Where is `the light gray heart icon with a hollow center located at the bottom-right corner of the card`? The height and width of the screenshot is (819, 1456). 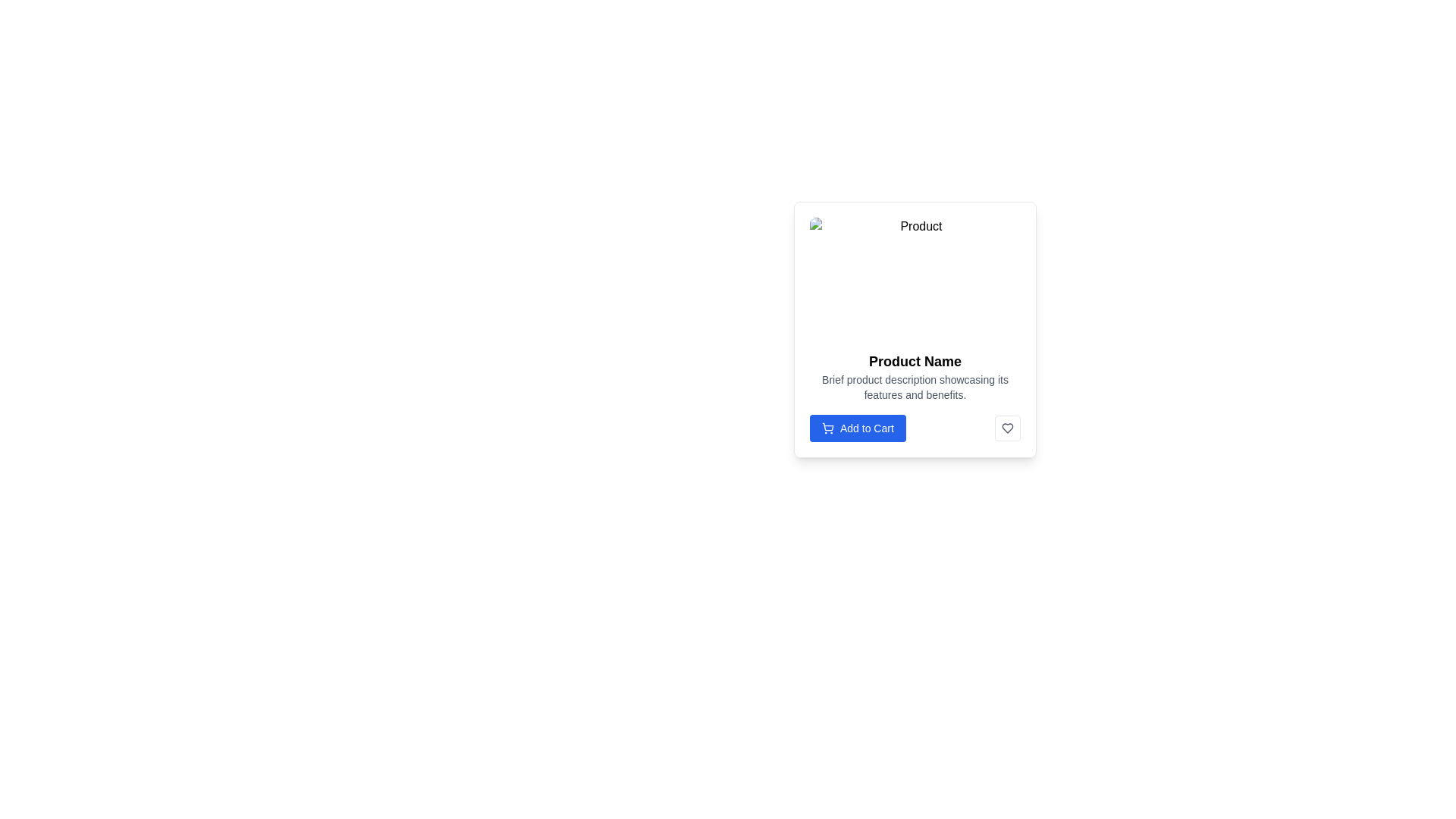
the light gray heart icon with a hollow center located at the bottom-right corner of the card is located at coordinates (1008, 428).